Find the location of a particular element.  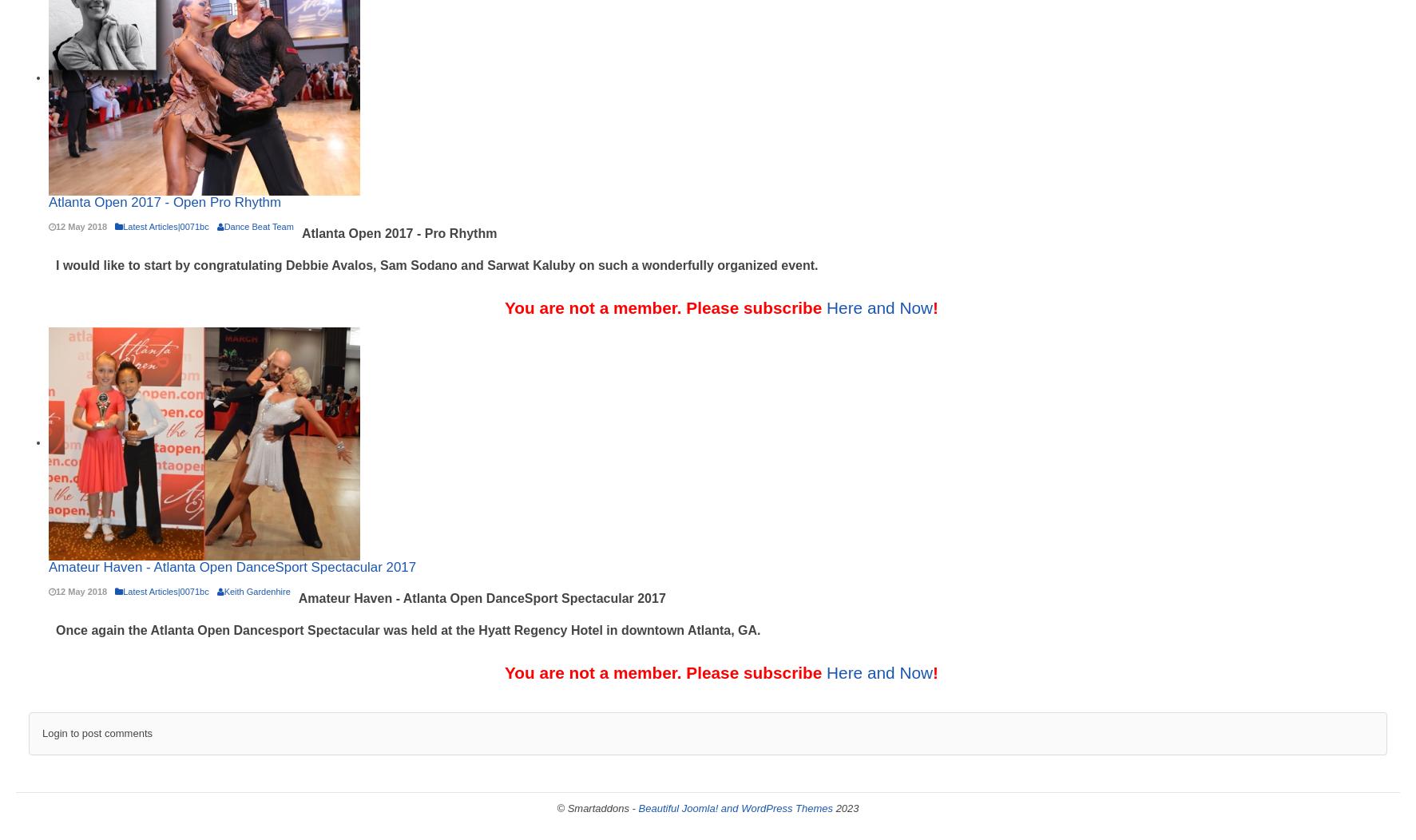

'Login to post comments' is located at coordinates (97, 733).